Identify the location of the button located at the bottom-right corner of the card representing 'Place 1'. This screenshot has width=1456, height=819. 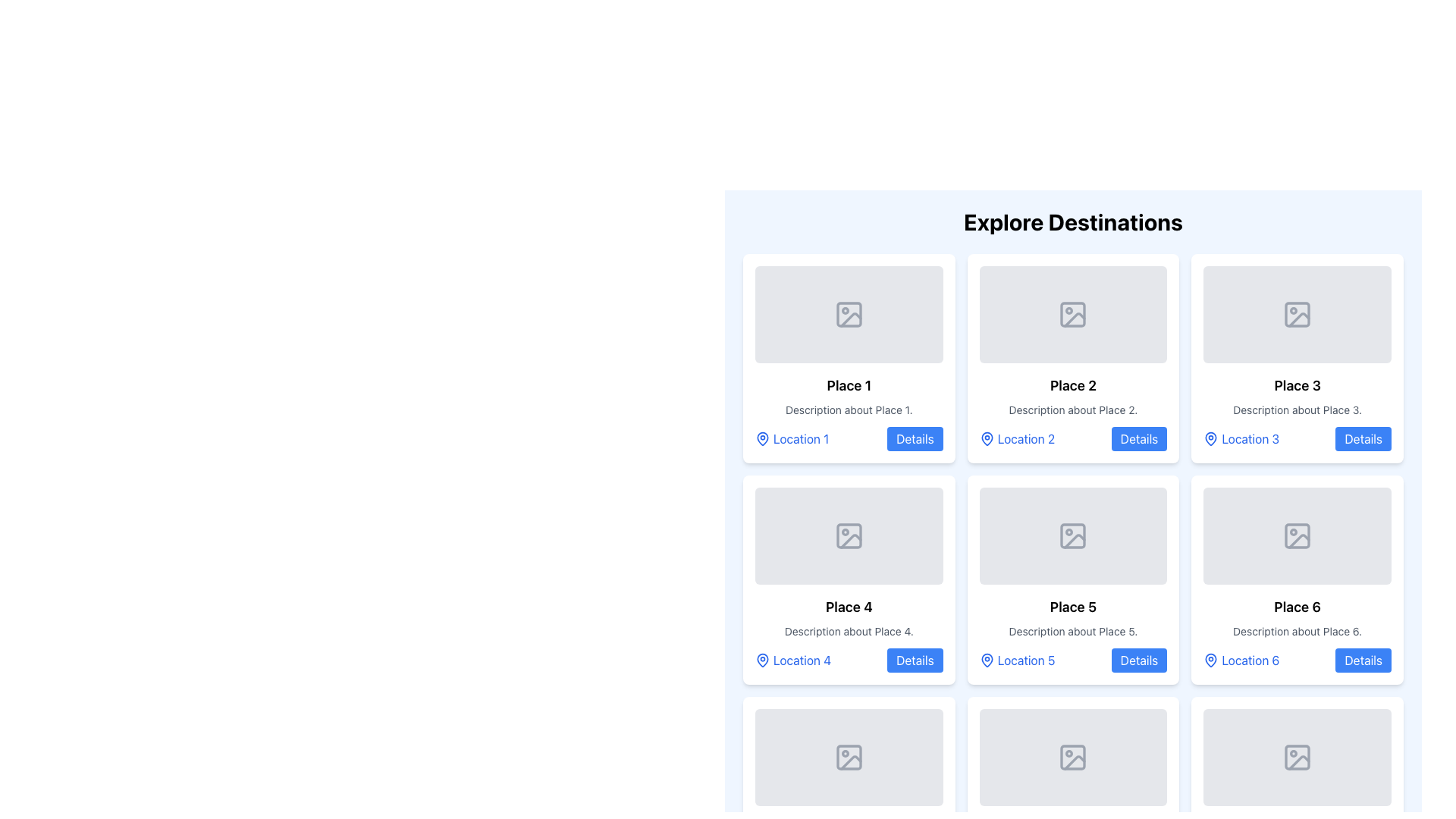
(914, 438).